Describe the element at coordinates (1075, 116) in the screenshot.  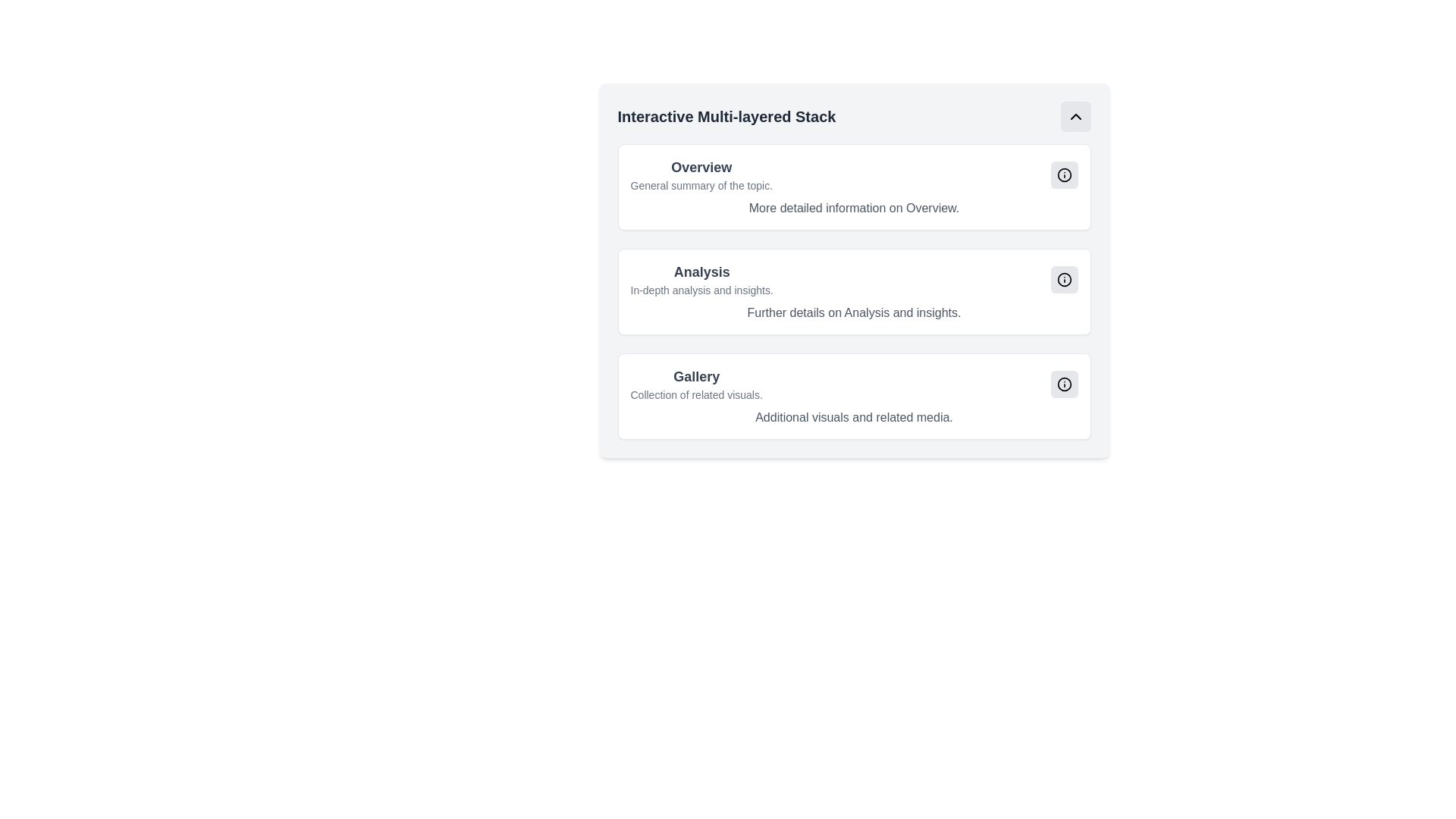
I see `the button with a light gray background and a black chevron-up icon located at the top-right corner of the 'Interactive Multi-layered Stack' section` at that location.